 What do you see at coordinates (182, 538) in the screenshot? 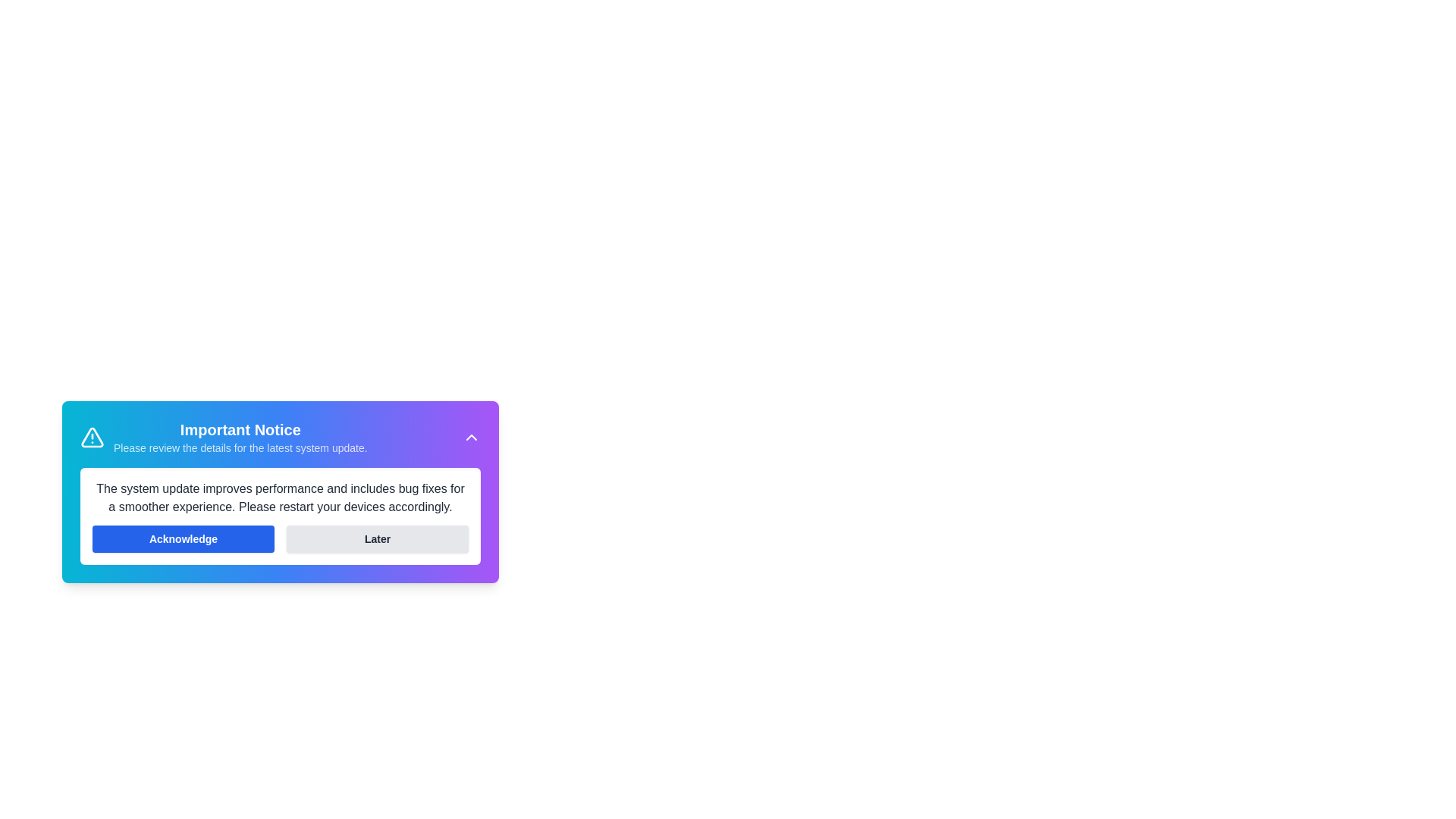
I see `the 'Acknowledge' button to confirm the alert` at bounding box center [182, 538].